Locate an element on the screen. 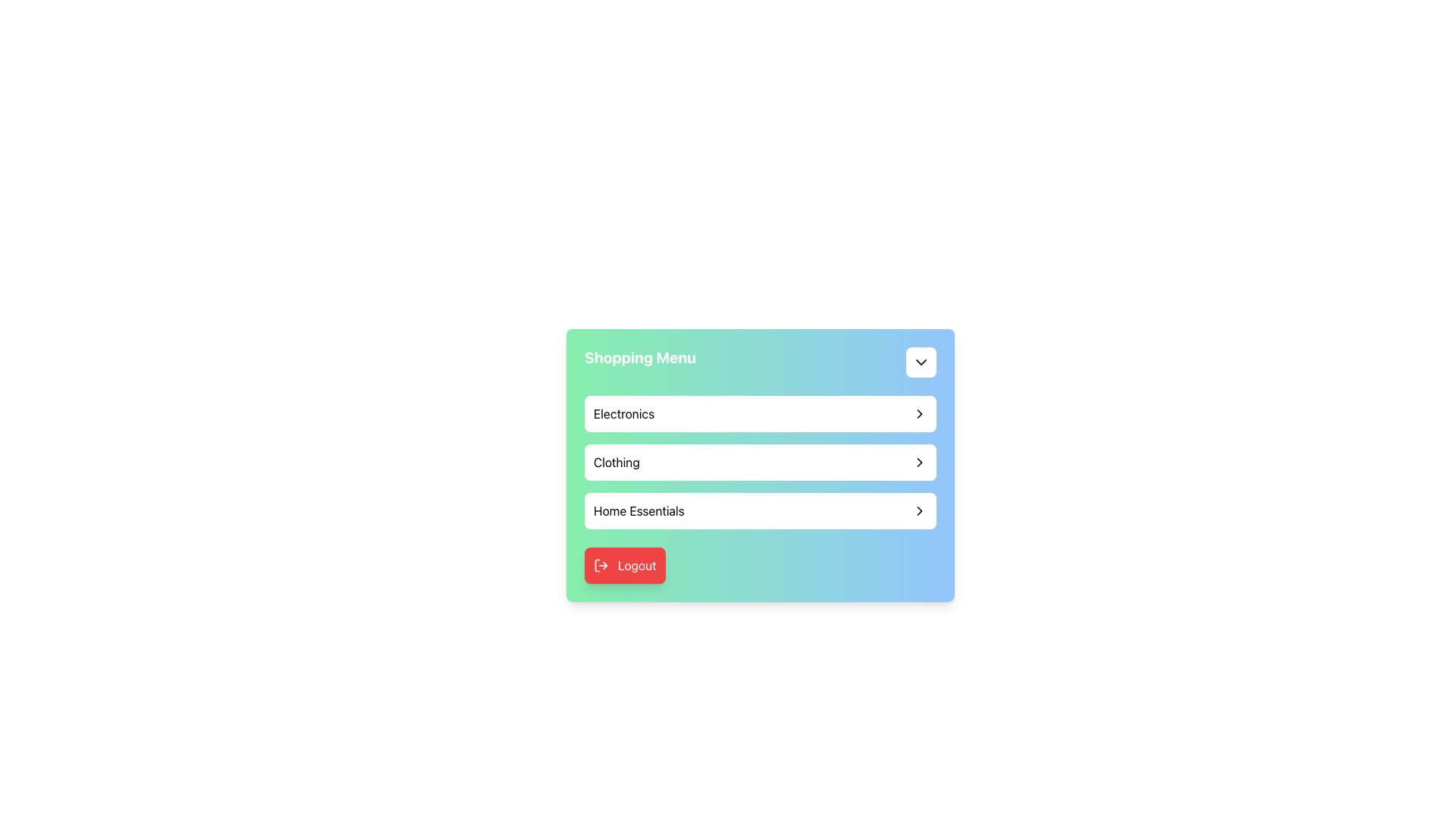  the navigation button for electronics located below 'Shopping Menu' is located at coordinates (761, 414).